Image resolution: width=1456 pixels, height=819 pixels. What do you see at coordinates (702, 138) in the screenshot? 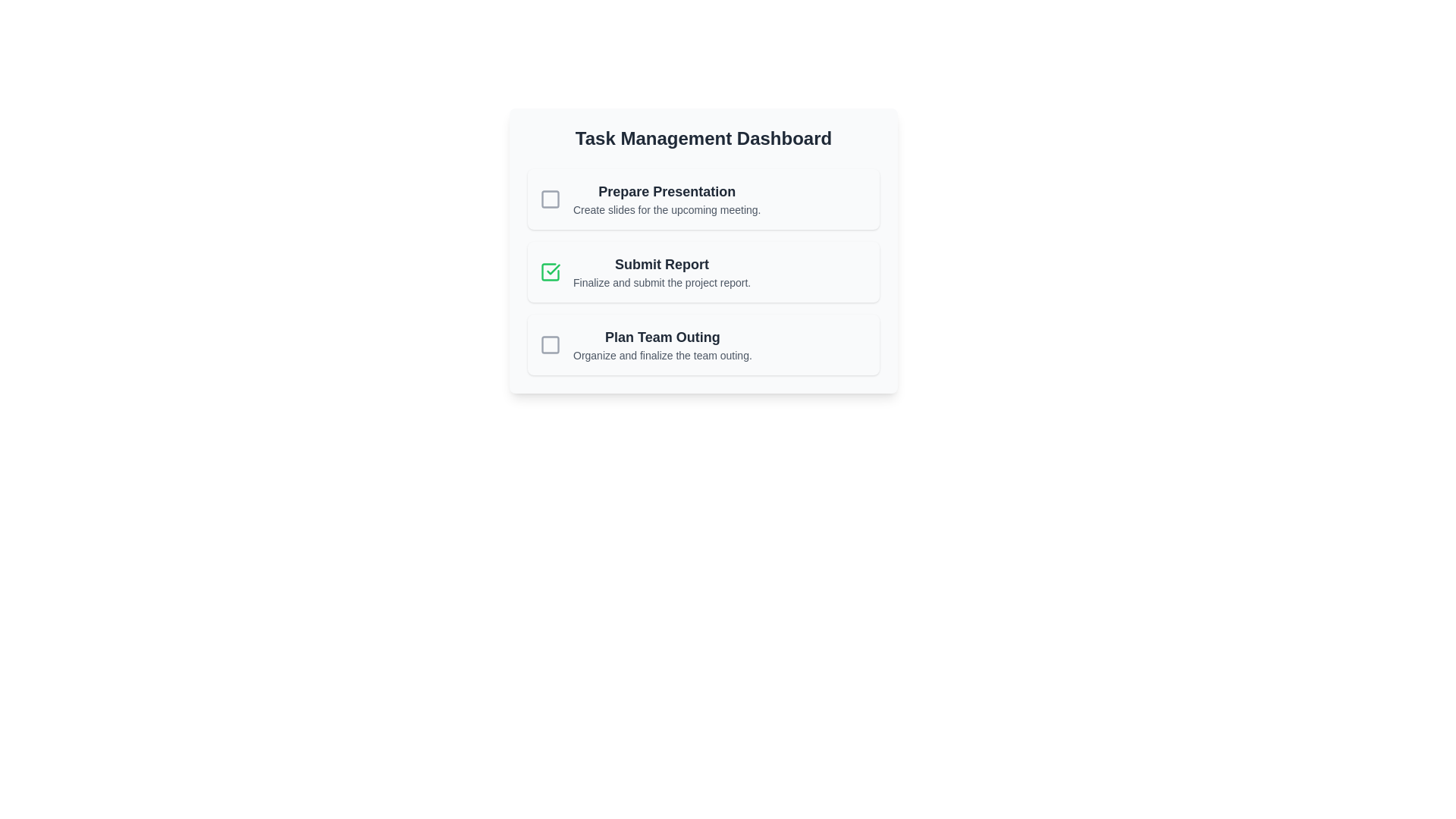
I see `the heading text 'Task Management Dashboard' for copying` at bounding box center [702, 138].